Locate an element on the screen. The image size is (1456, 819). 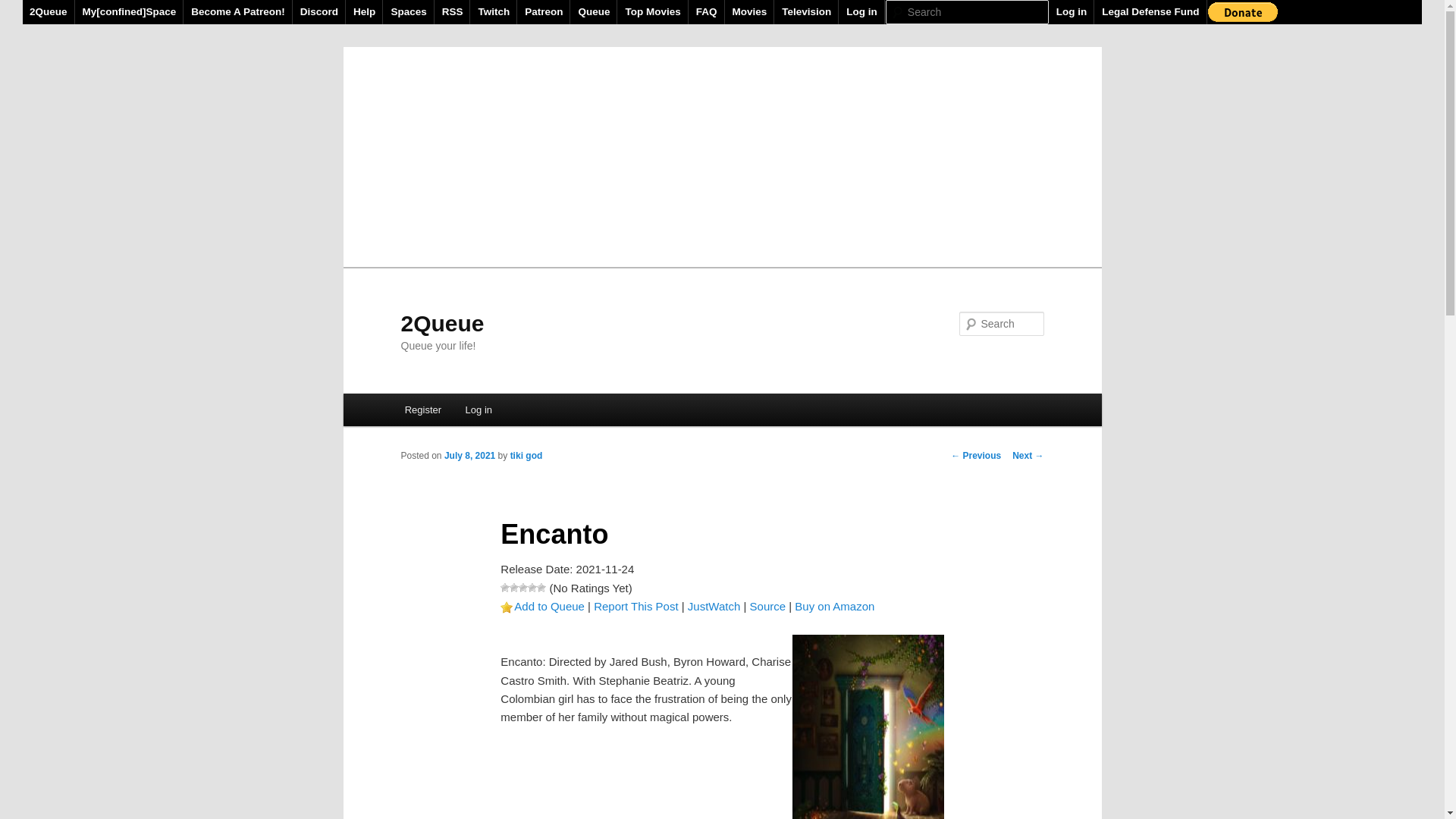
'1 Star' is located at coordinates (505, 587).